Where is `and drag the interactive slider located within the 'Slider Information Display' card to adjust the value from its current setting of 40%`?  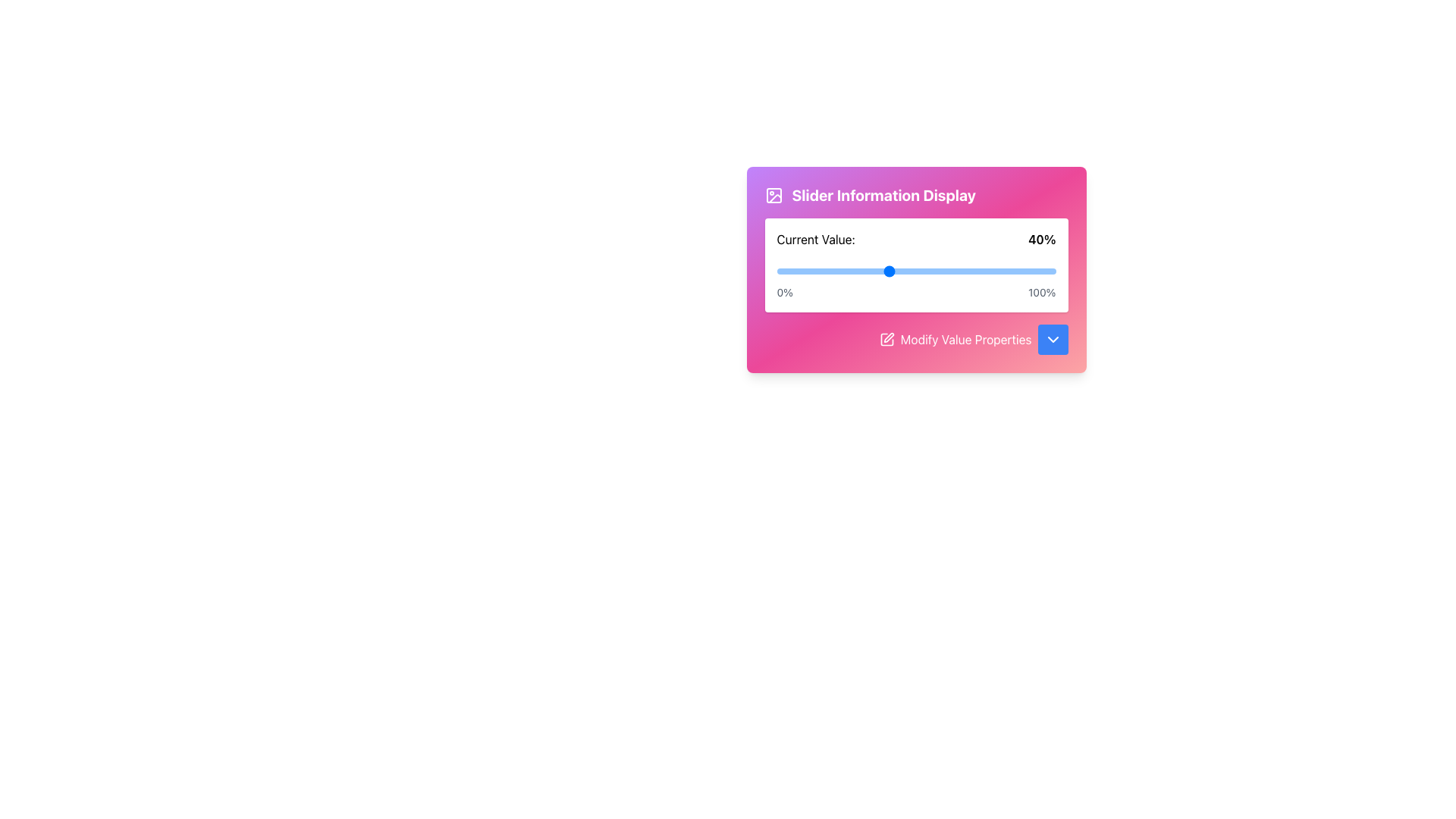 and drag the interactive slider located within the 'Slider Information Display' card to adjust the value from its current setting of 40% is located at coordinates (915, 265).